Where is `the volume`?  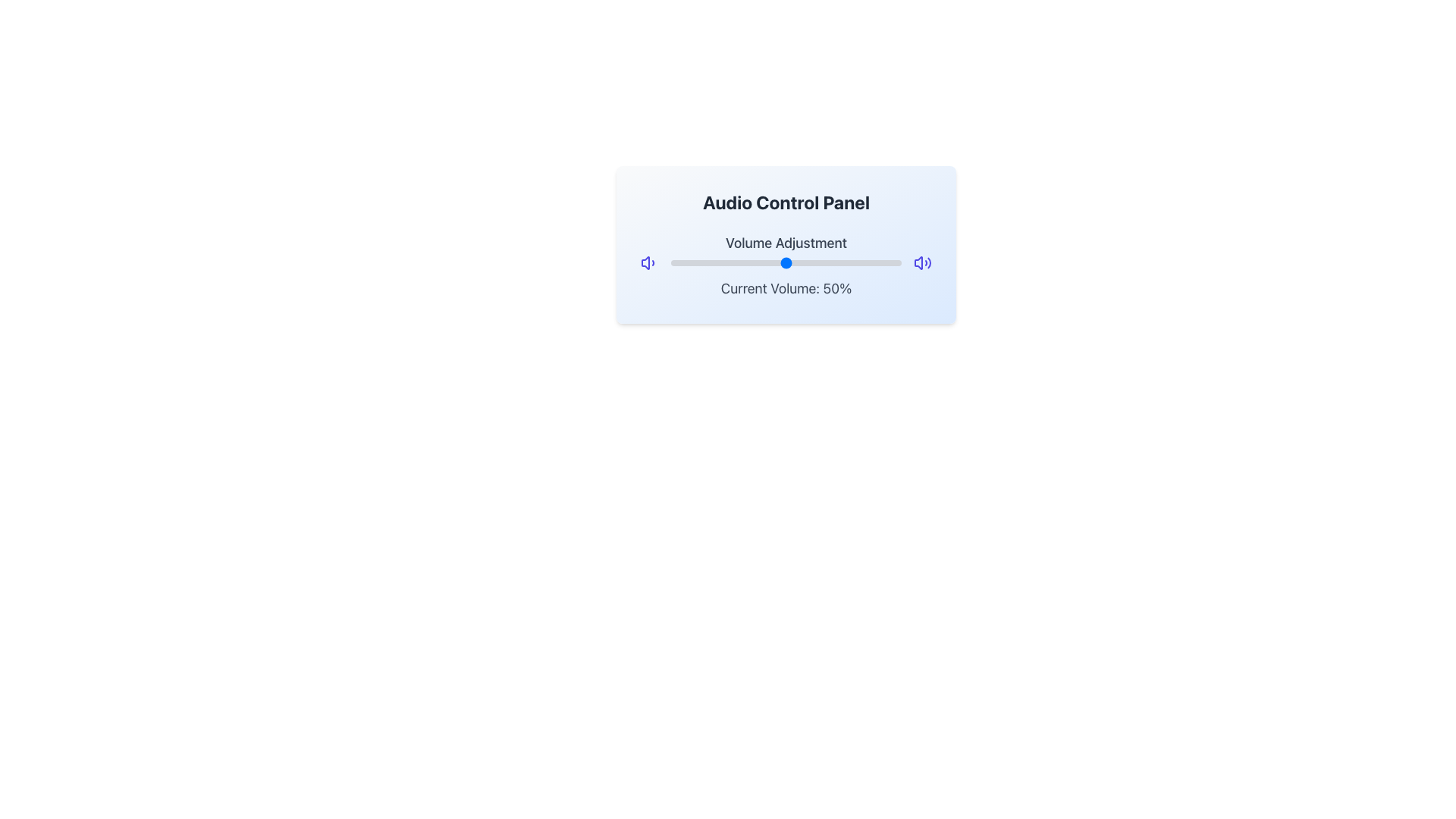
the volume is located at coordinates (790, 259).